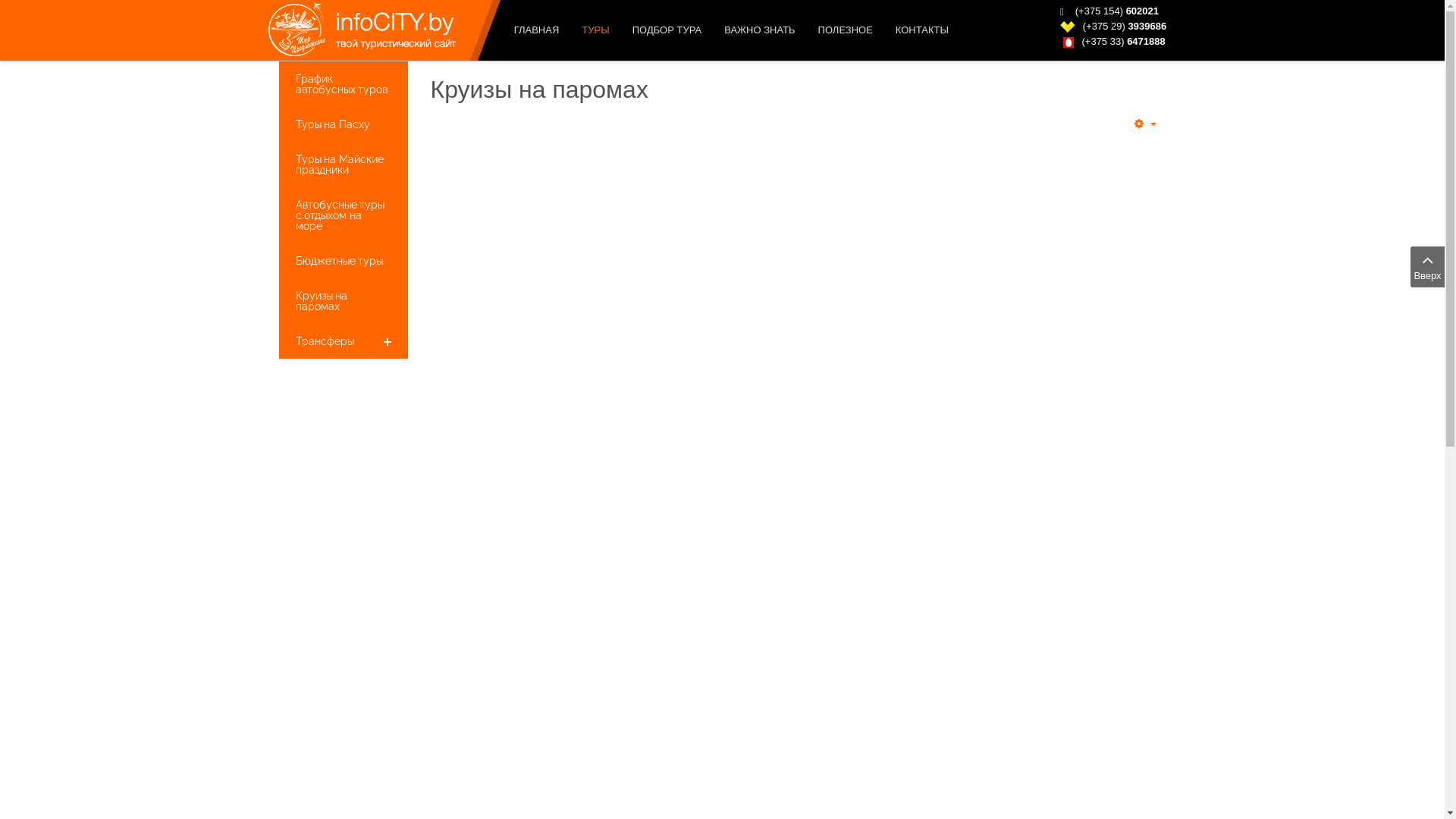 This screenshot has width=1456, height=819. Describe the element at coordinates (353, 30) in the screenshot. I see `'infoCity.by  '` at that location.